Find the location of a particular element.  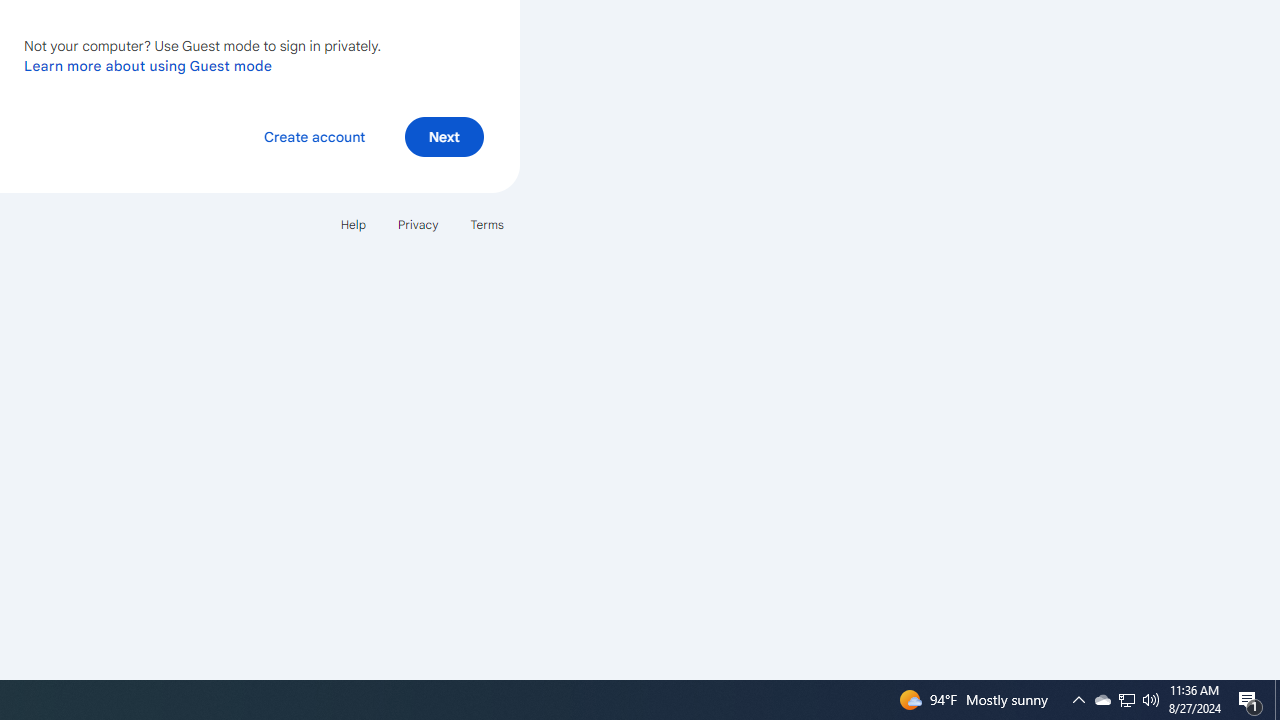

'Create account' is located at coordinates (313, 135).